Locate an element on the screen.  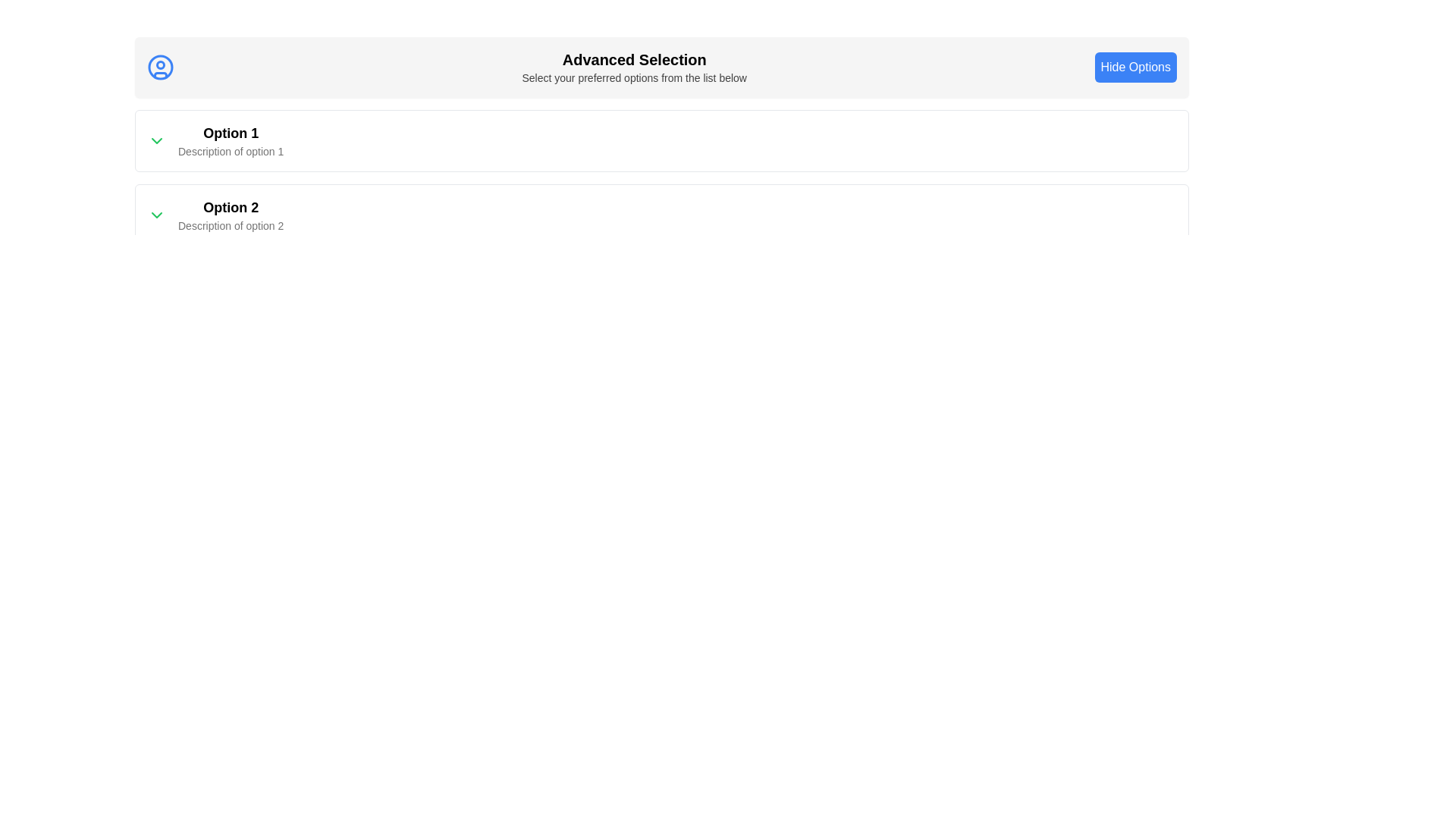
the static informational text area titled 'Advanced Selection' with the subtitle 'Select your preferred options from the list below' is located at coordinates (634, 66).